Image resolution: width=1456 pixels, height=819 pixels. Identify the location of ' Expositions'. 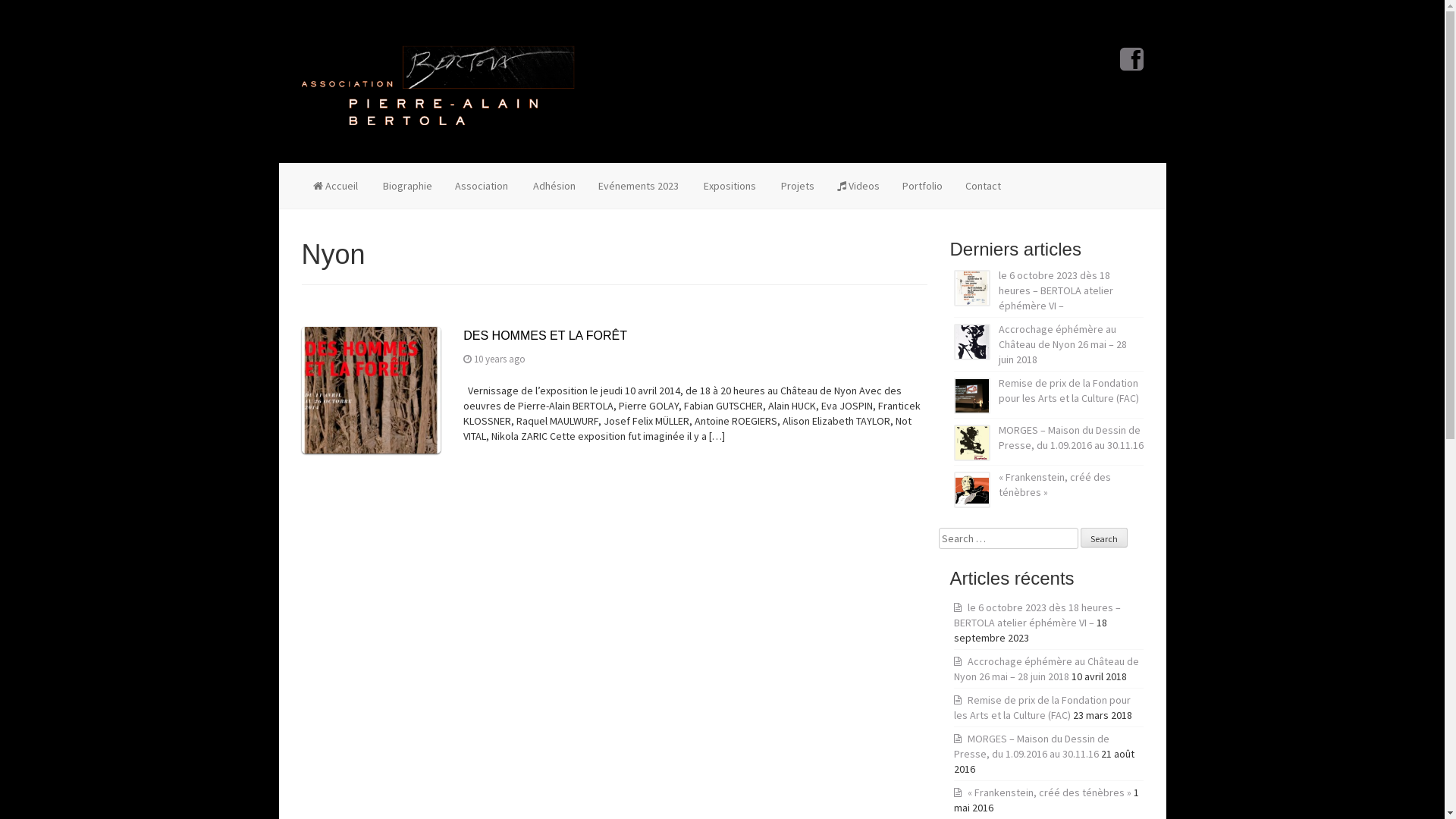
(728, 185).